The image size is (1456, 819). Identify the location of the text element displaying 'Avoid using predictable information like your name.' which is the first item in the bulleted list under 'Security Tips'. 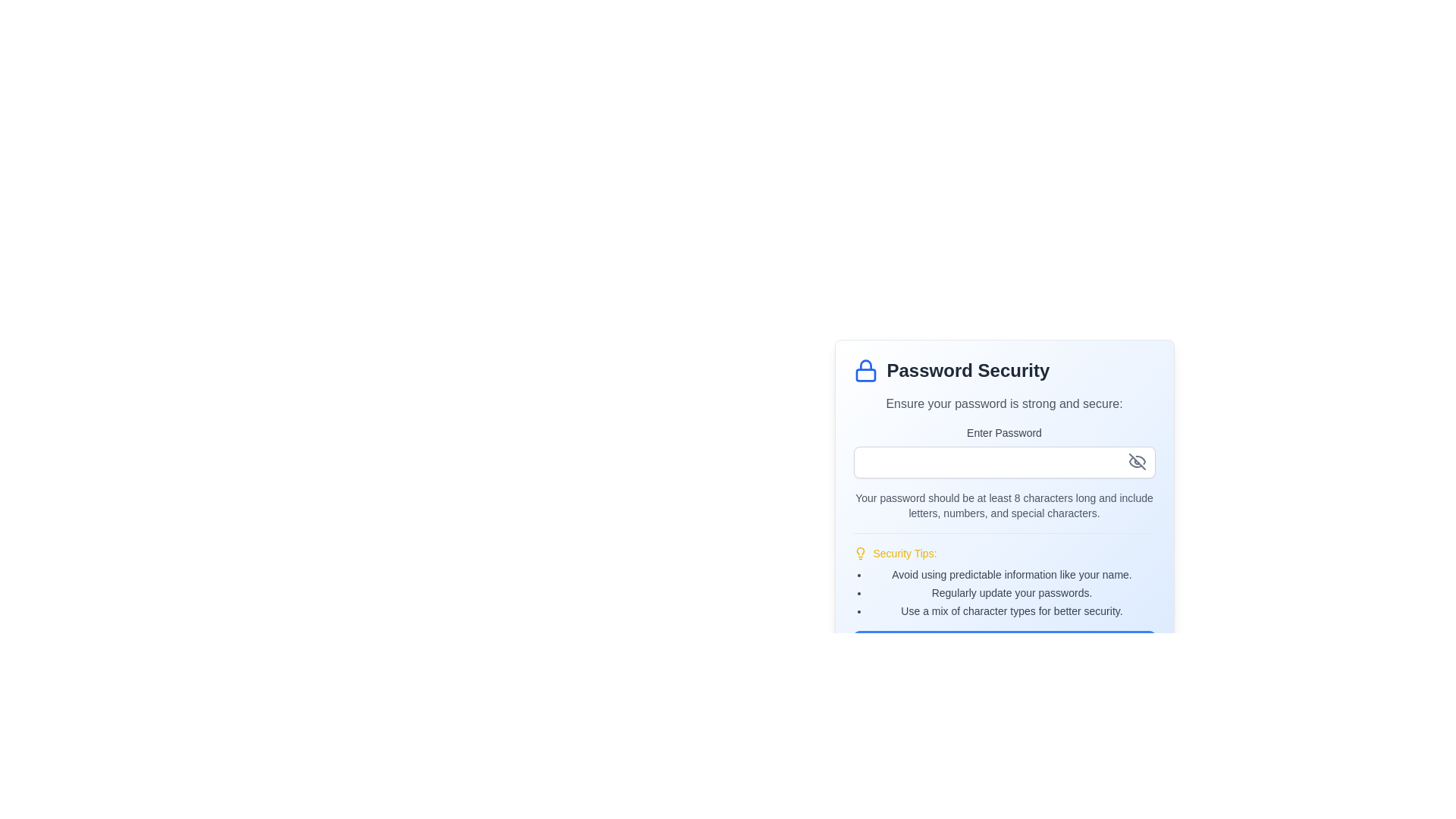
(1012, 575).